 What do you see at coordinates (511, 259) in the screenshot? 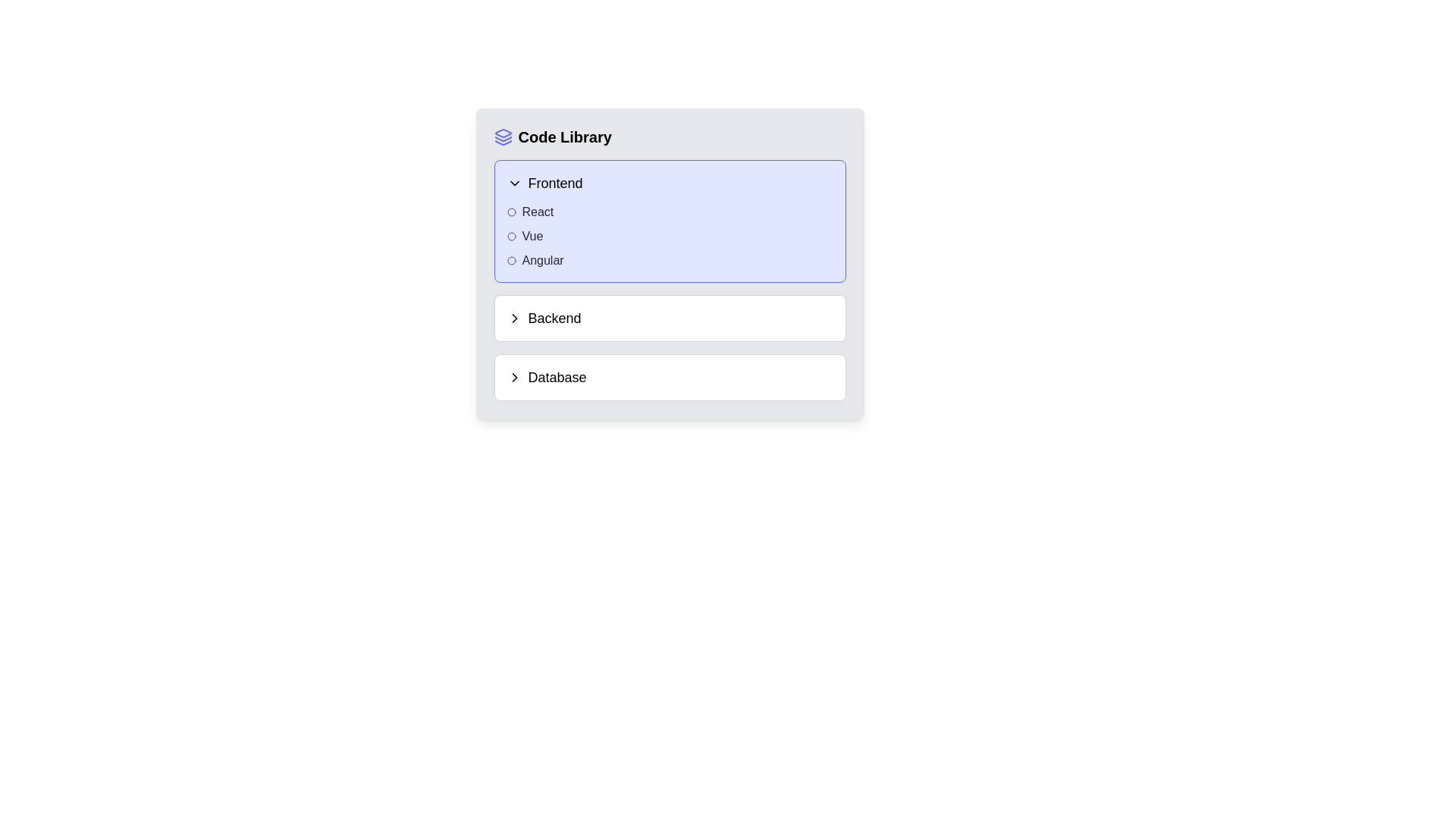
I see `the circular SVG graphical element representing the 'Angular' option in the 'Code Library' section` at bounding box center [511, 259].